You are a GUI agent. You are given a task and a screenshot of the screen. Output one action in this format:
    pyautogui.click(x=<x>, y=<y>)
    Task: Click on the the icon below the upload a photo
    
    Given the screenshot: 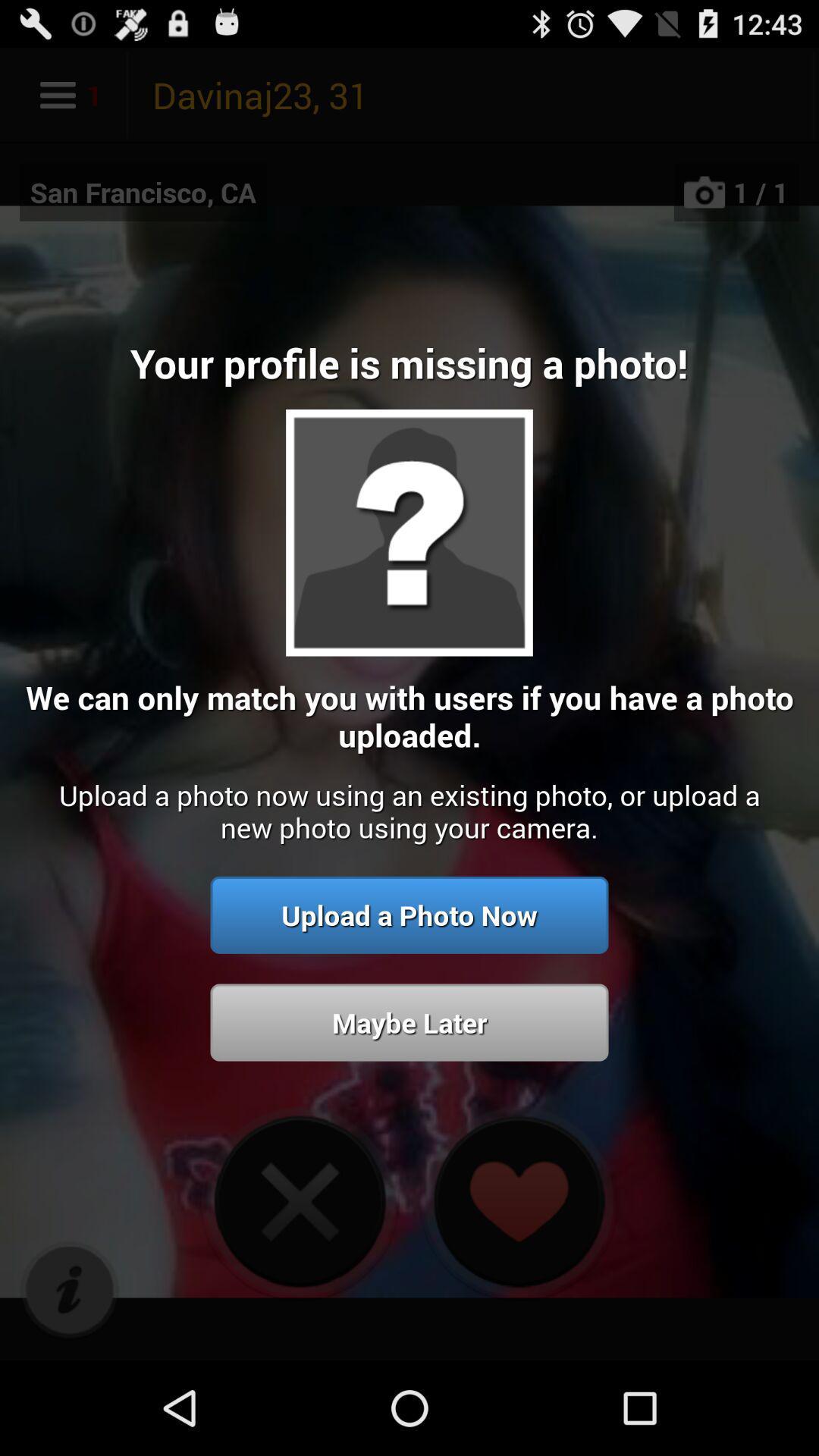 What is the action you would take?
    pyautogui.click(x=409, y=1022)
    